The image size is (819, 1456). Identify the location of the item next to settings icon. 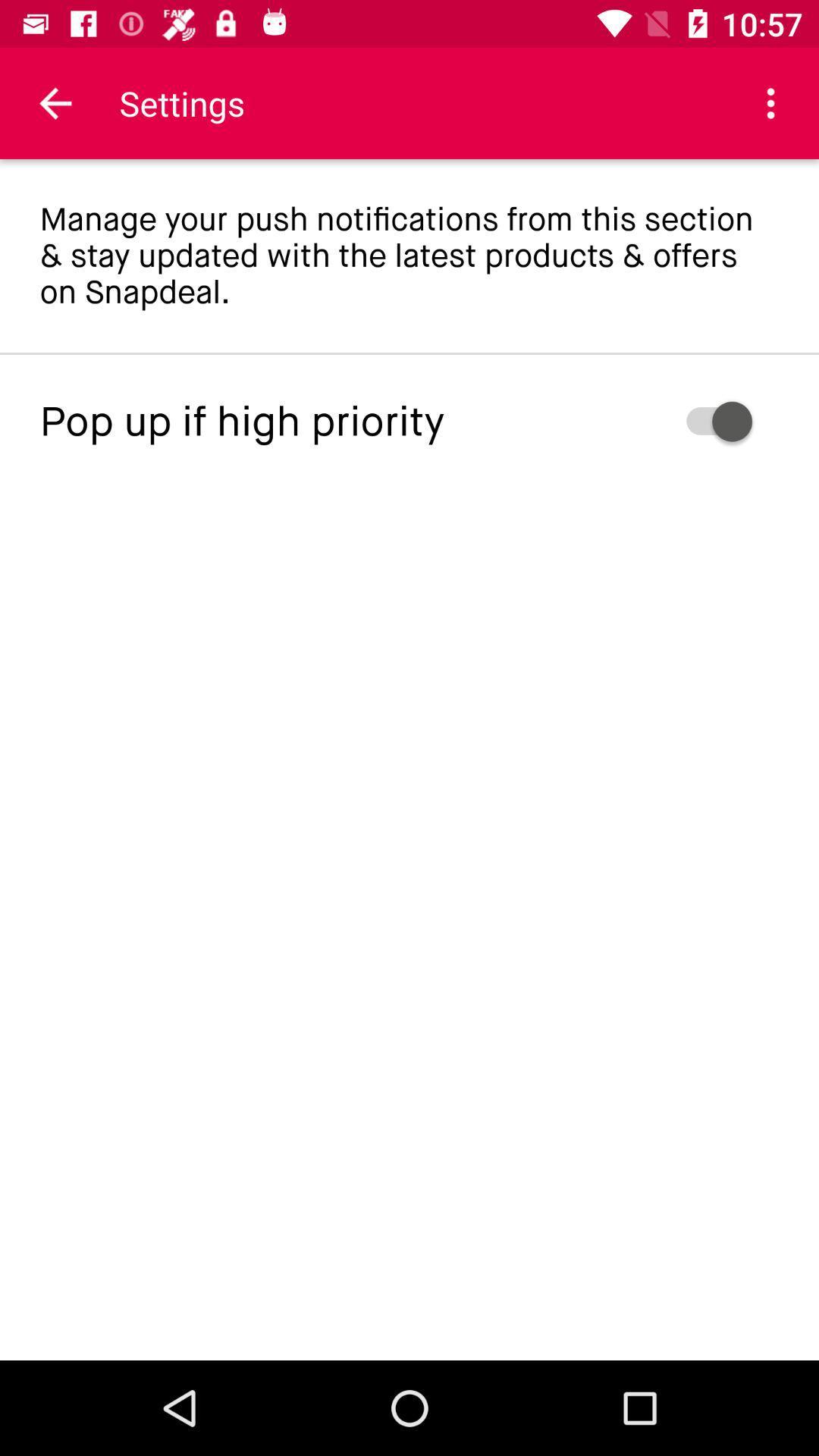
(55, 102).